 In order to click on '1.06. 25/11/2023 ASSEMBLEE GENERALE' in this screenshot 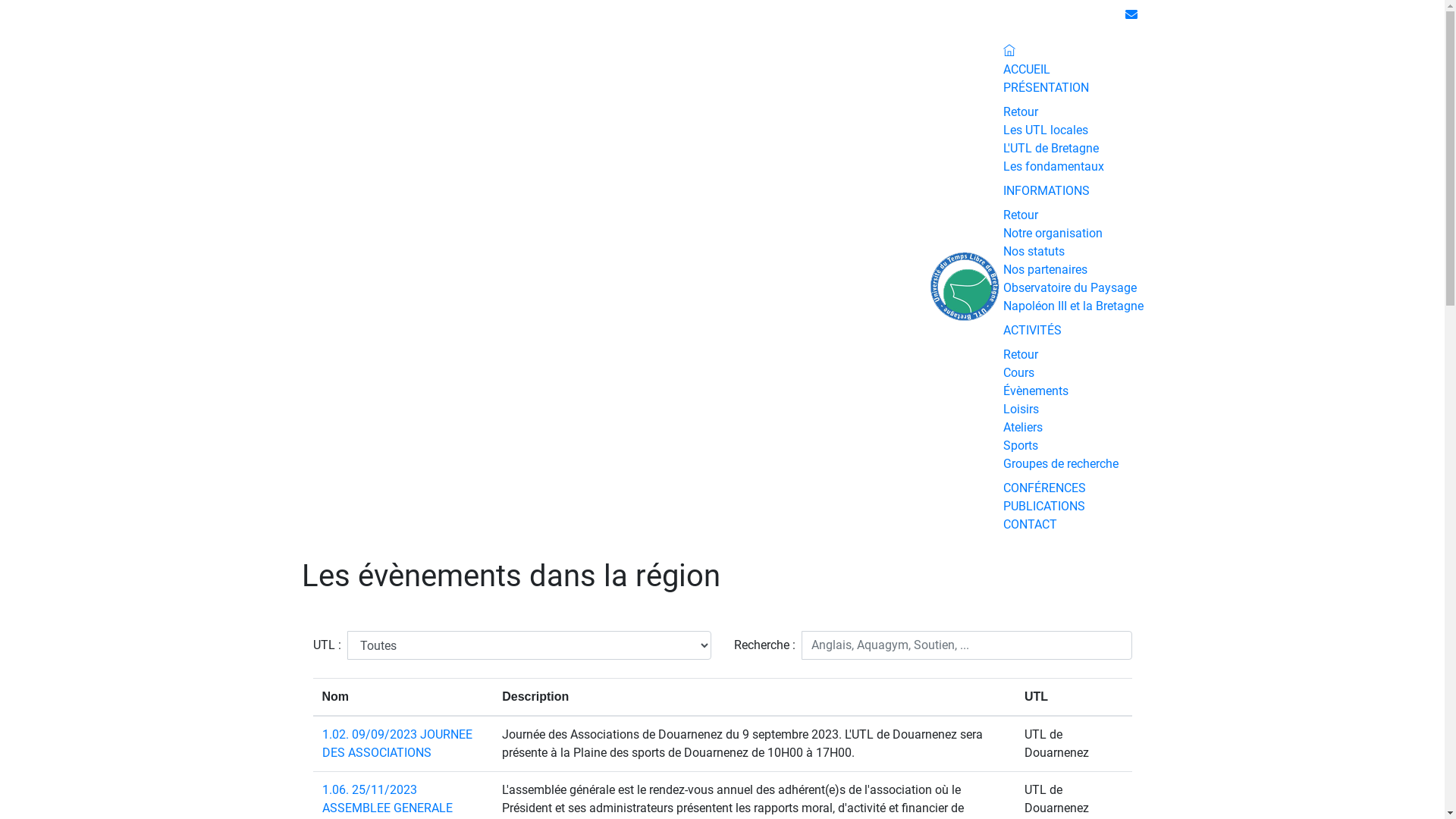, I will do `click(386, 798)`.